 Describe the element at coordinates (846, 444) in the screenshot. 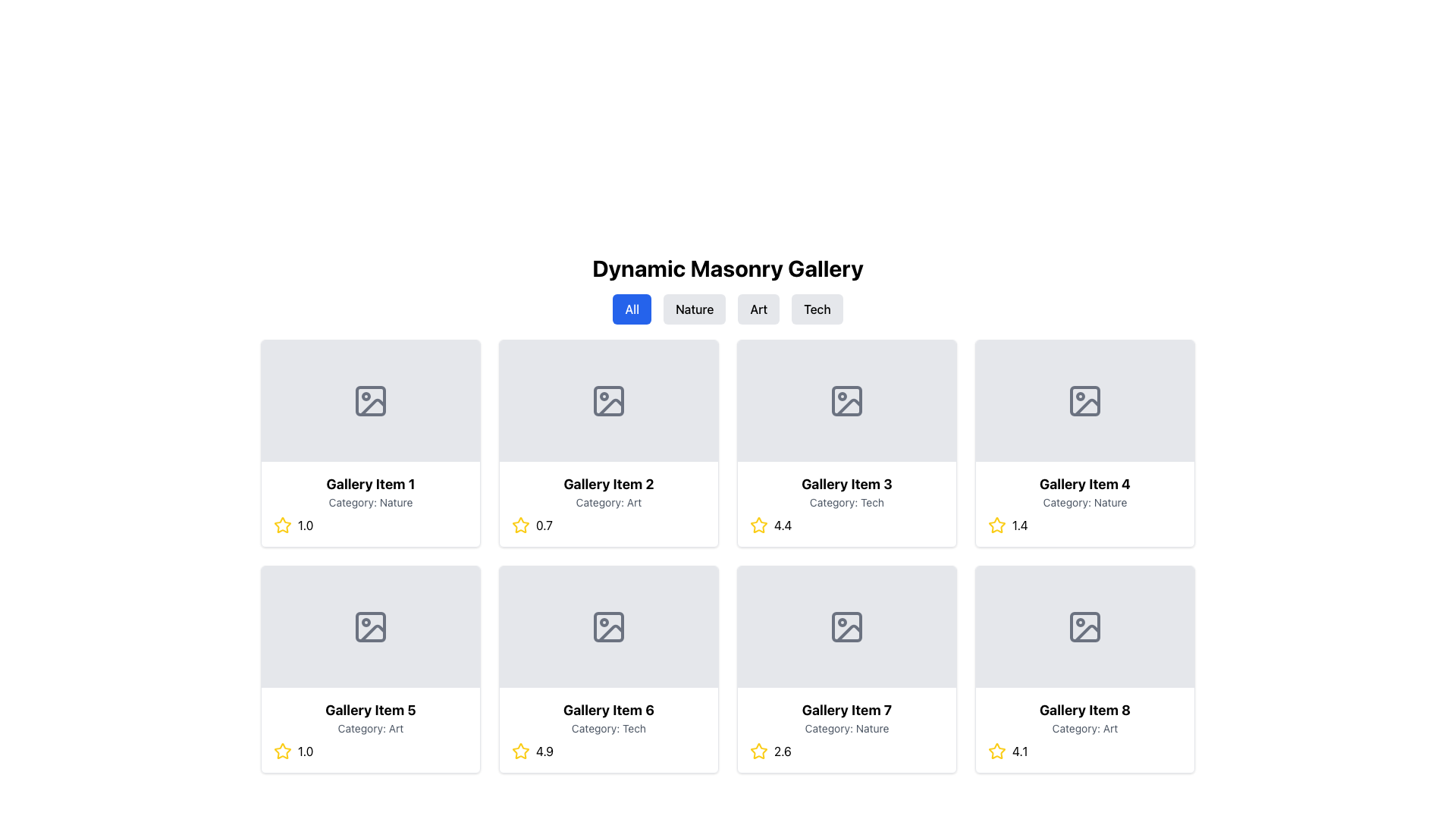

I see `the Card element displaying information about a gallery item, located in the first row, third column of the grid` at that location.